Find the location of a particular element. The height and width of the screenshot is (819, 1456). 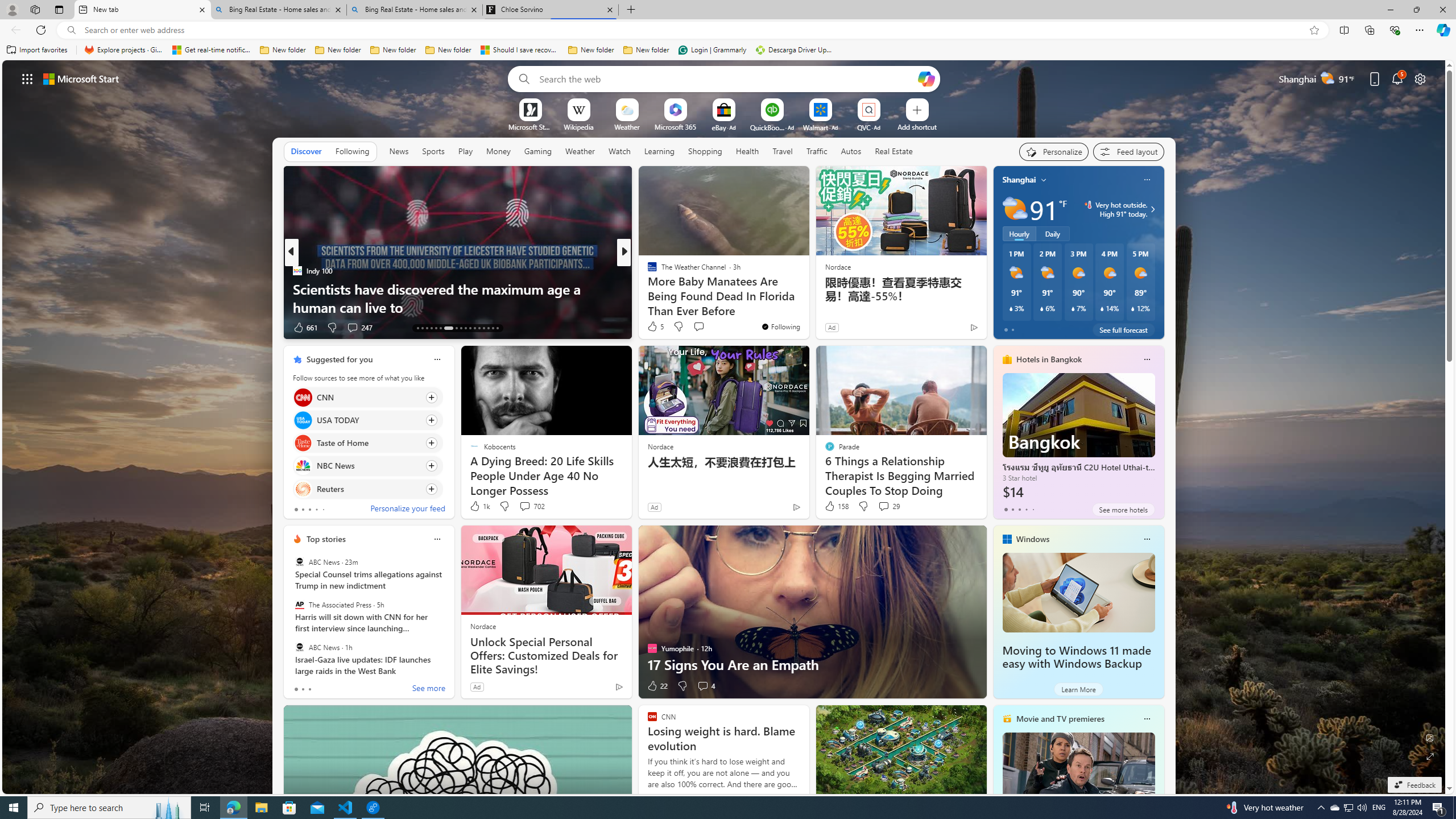

'See full forecast' is located at coordinates (1123, 329).